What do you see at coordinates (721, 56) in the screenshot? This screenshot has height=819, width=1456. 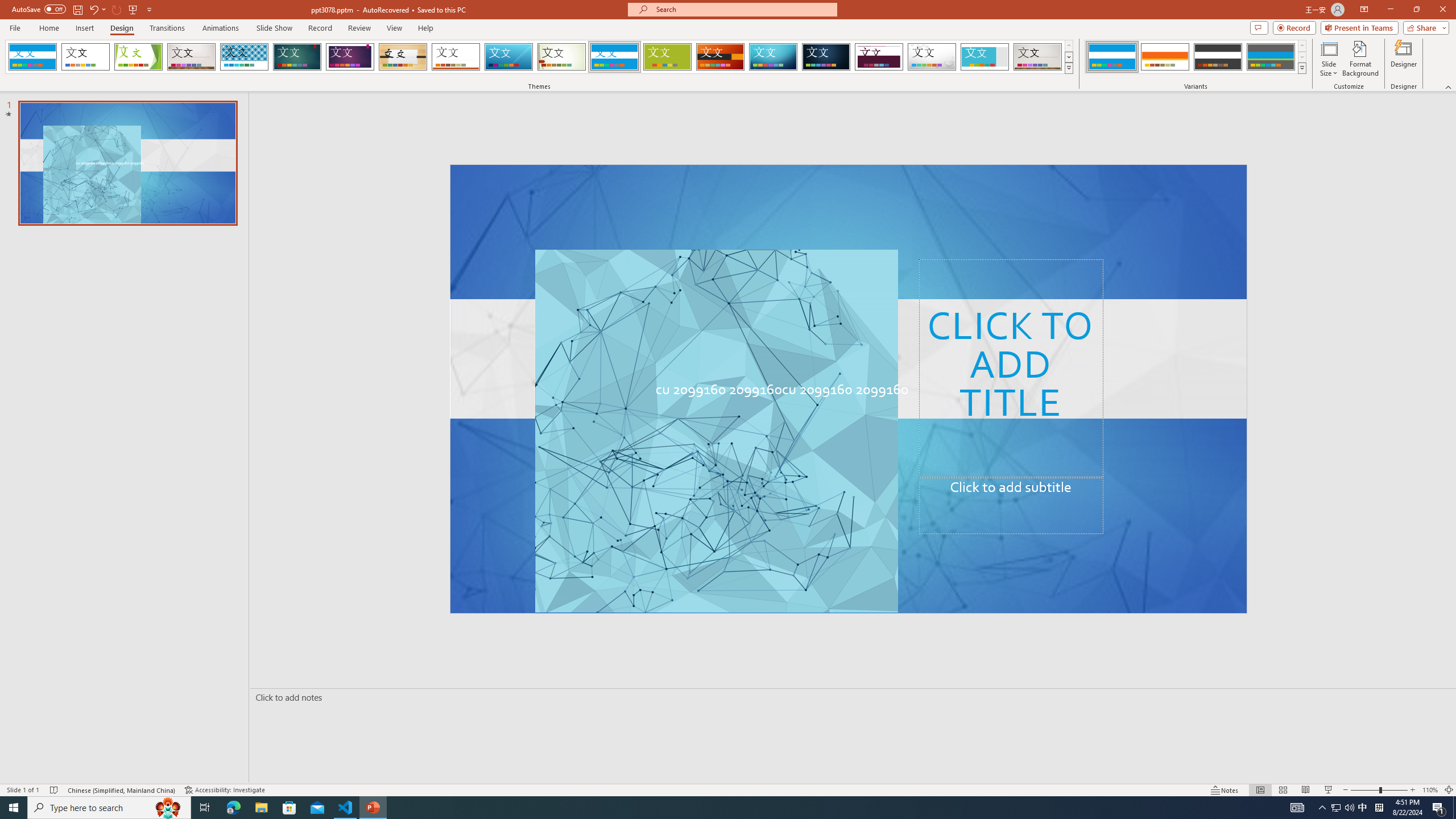 I see `'Berlin'` at bounding box center [721, 56].